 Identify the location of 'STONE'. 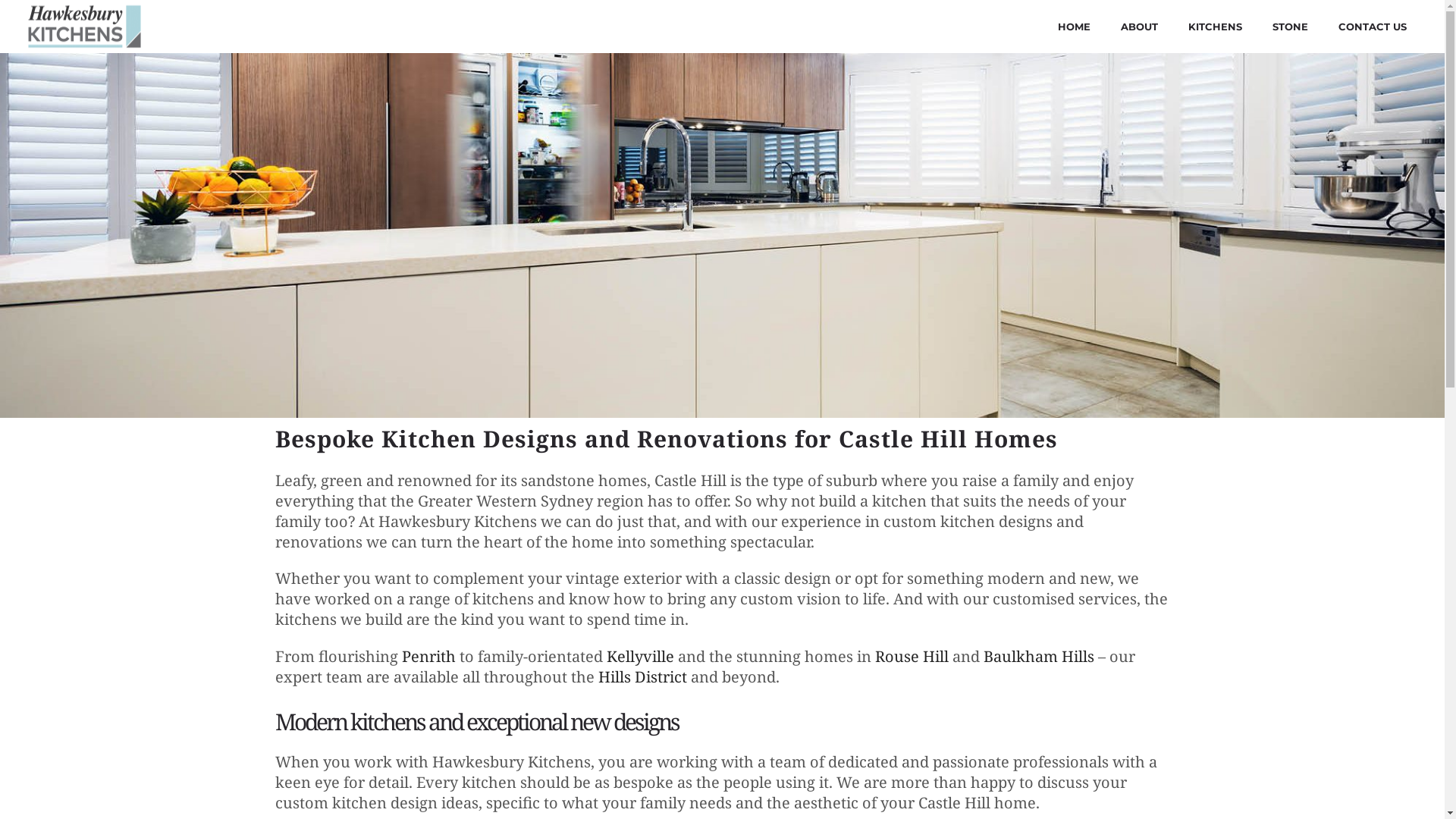
(1289, 26).